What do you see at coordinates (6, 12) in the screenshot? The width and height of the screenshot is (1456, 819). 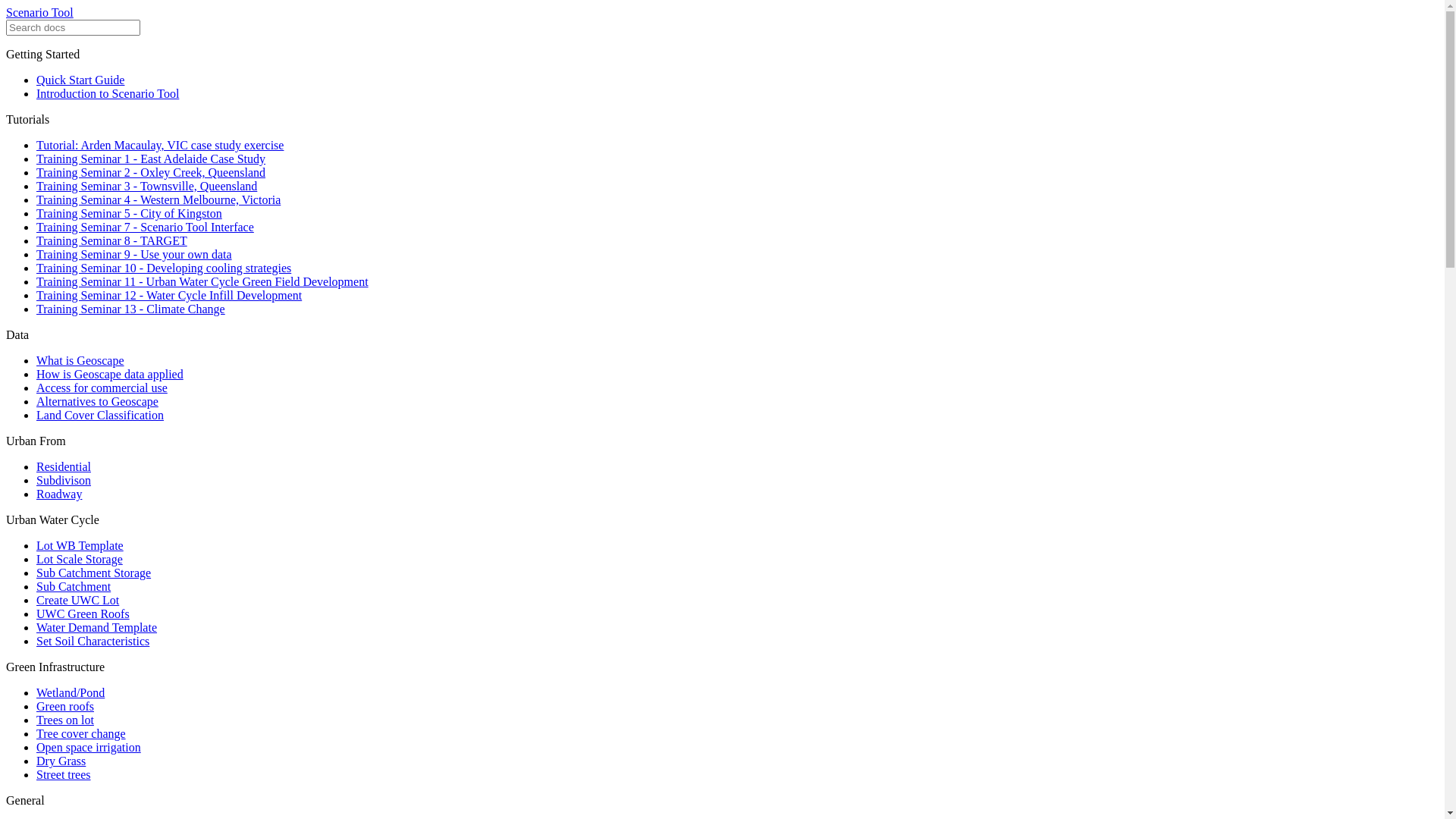 I see `'Scenario Tool'` at bounding box center [6, 12].